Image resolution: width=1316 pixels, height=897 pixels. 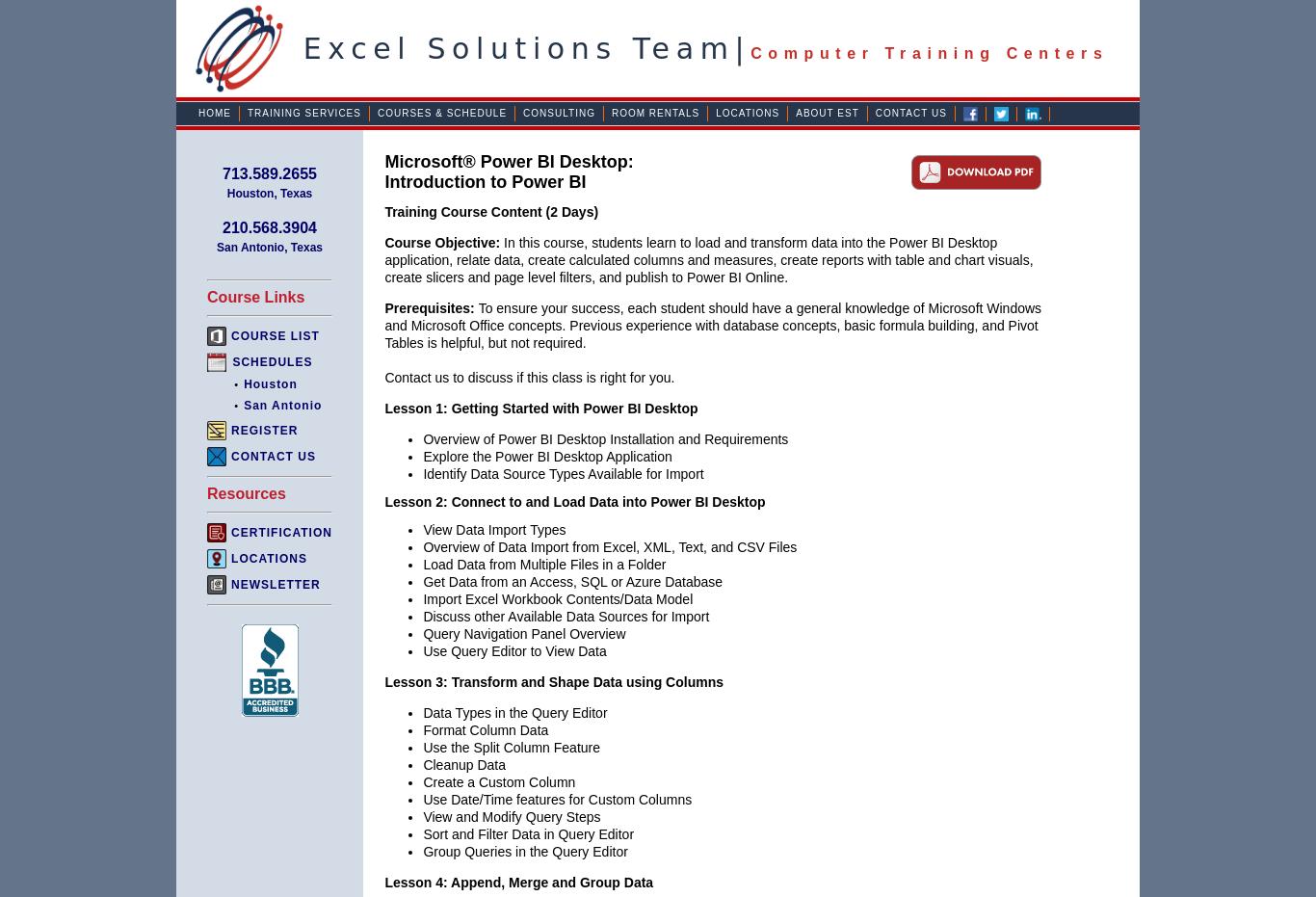 What do you see at coordinates (511, 815) in the screenshot?
I see `'View and Modify Query Steps'` at bounding box center [511, 815].